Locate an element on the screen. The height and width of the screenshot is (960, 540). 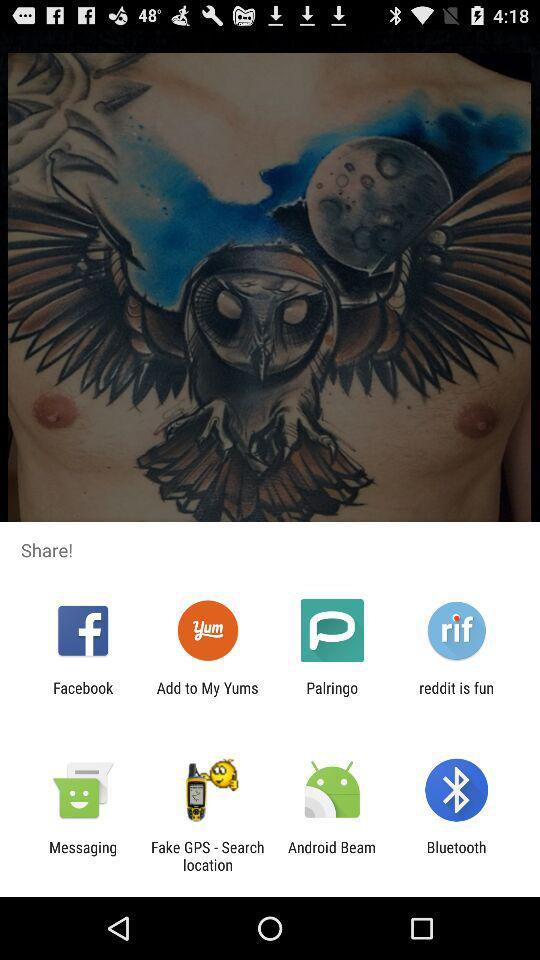
fake gps search item is located at coordinates (206, 855).